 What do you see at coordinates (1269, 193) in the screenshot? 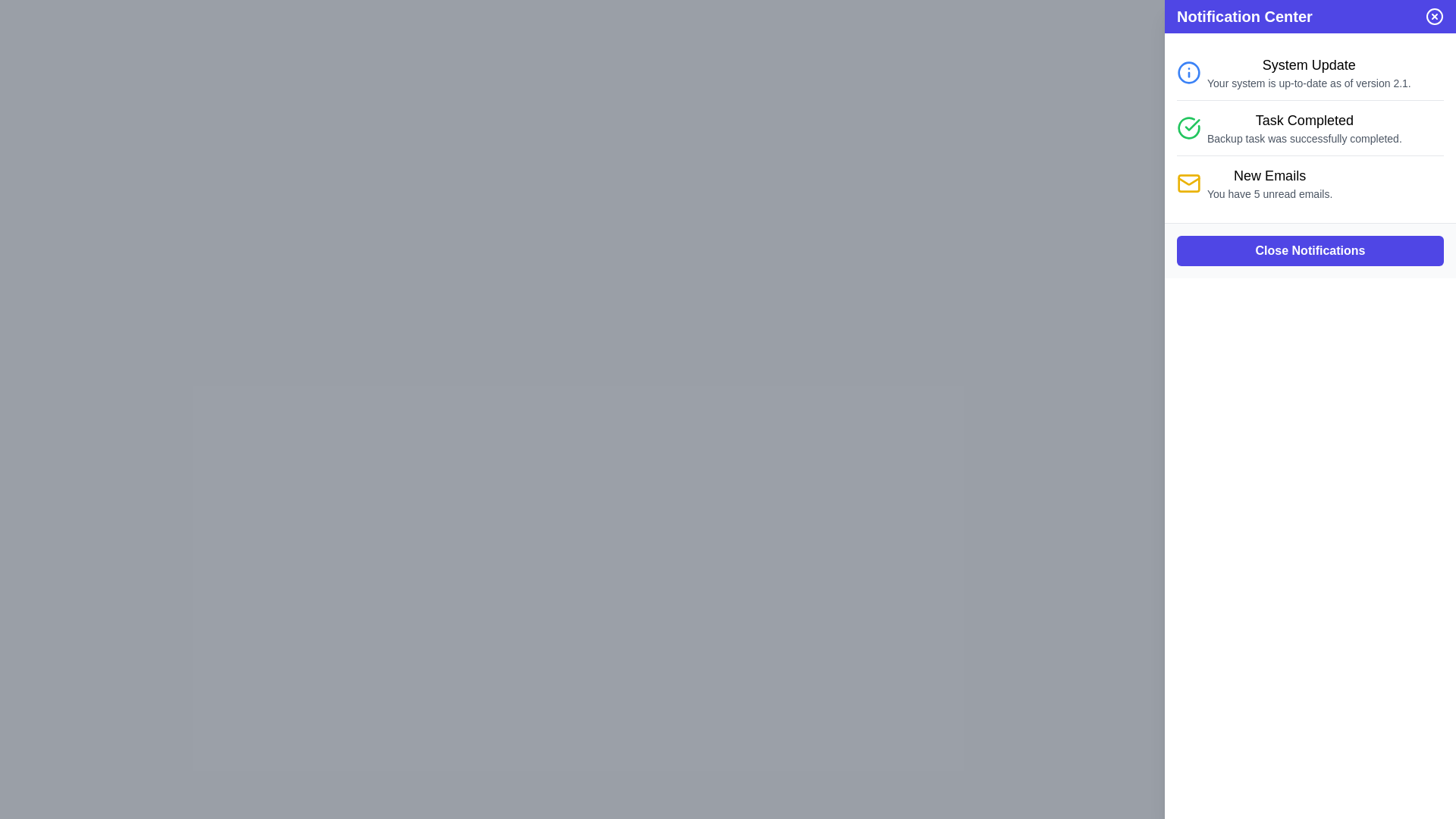
I see `the static text label that states 'You have 5 unread emails.' located beneath the 'New Emails' section header in the Notification Center panel` at bounding box center [1269, 193].